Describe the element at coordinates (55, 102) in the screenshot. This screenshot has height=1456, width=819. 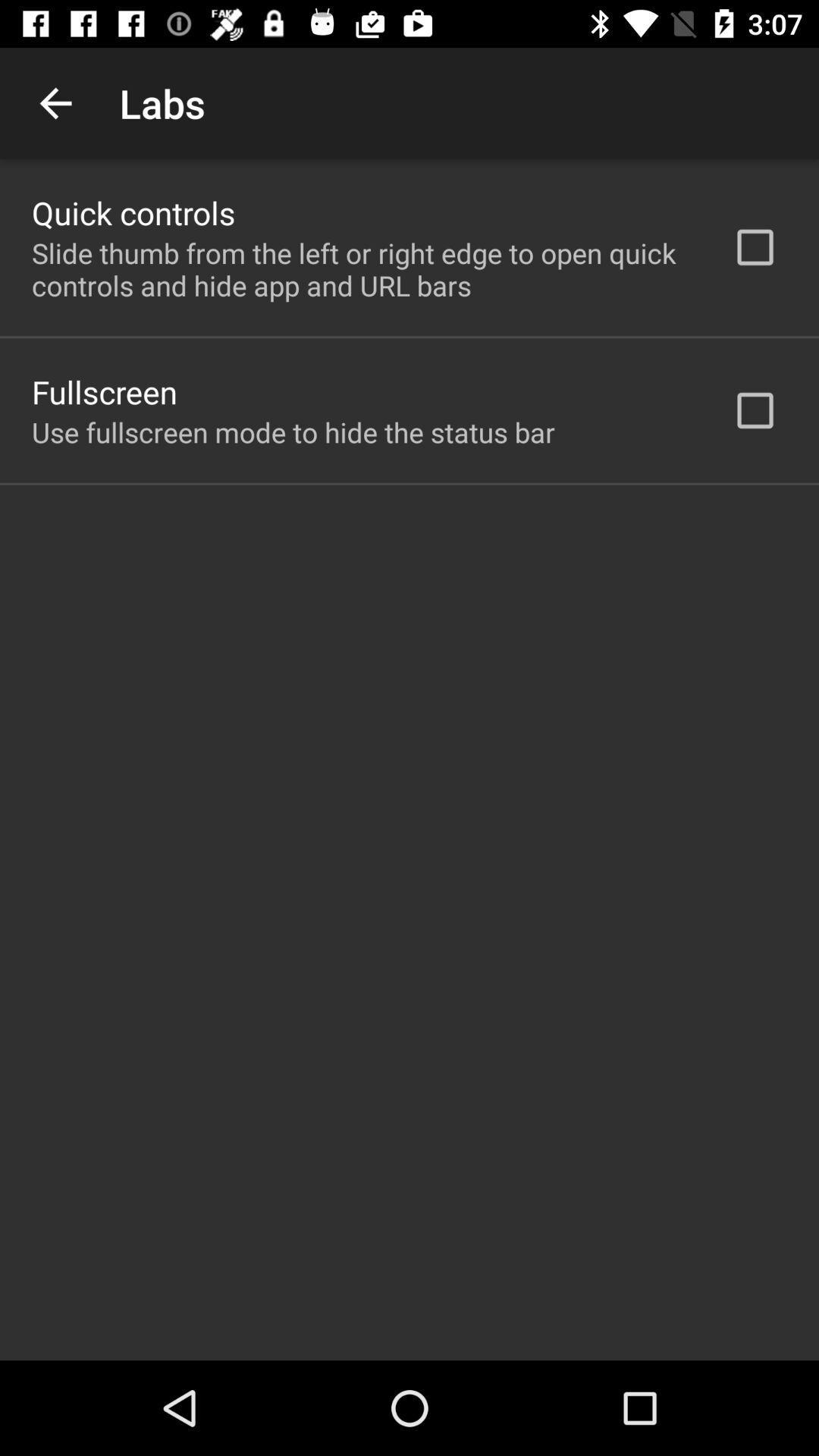
I see `icon to the left of the labs app` at that location.